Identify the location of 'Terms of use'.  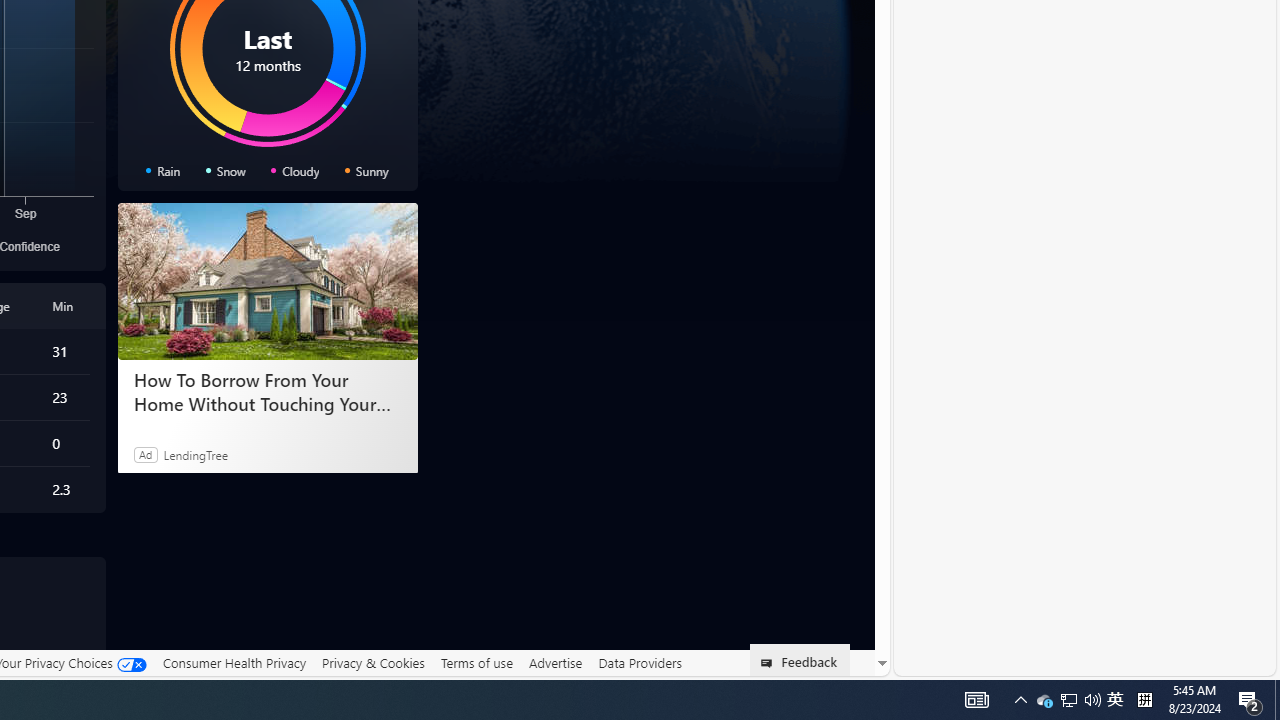
(475, 663).